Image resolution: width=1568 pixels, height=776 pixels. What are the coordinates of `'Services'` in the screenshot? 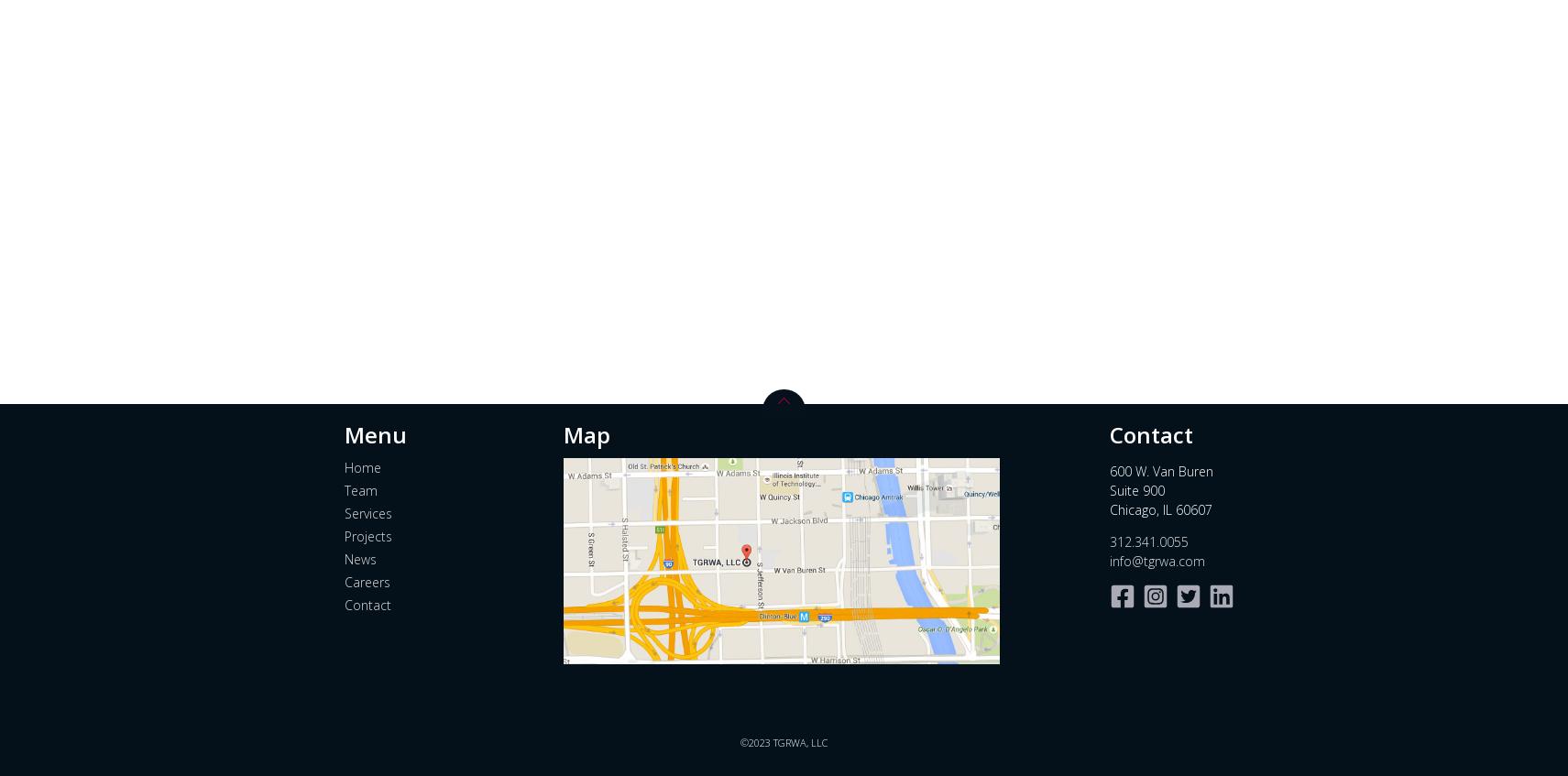 It's located at (367, 512).